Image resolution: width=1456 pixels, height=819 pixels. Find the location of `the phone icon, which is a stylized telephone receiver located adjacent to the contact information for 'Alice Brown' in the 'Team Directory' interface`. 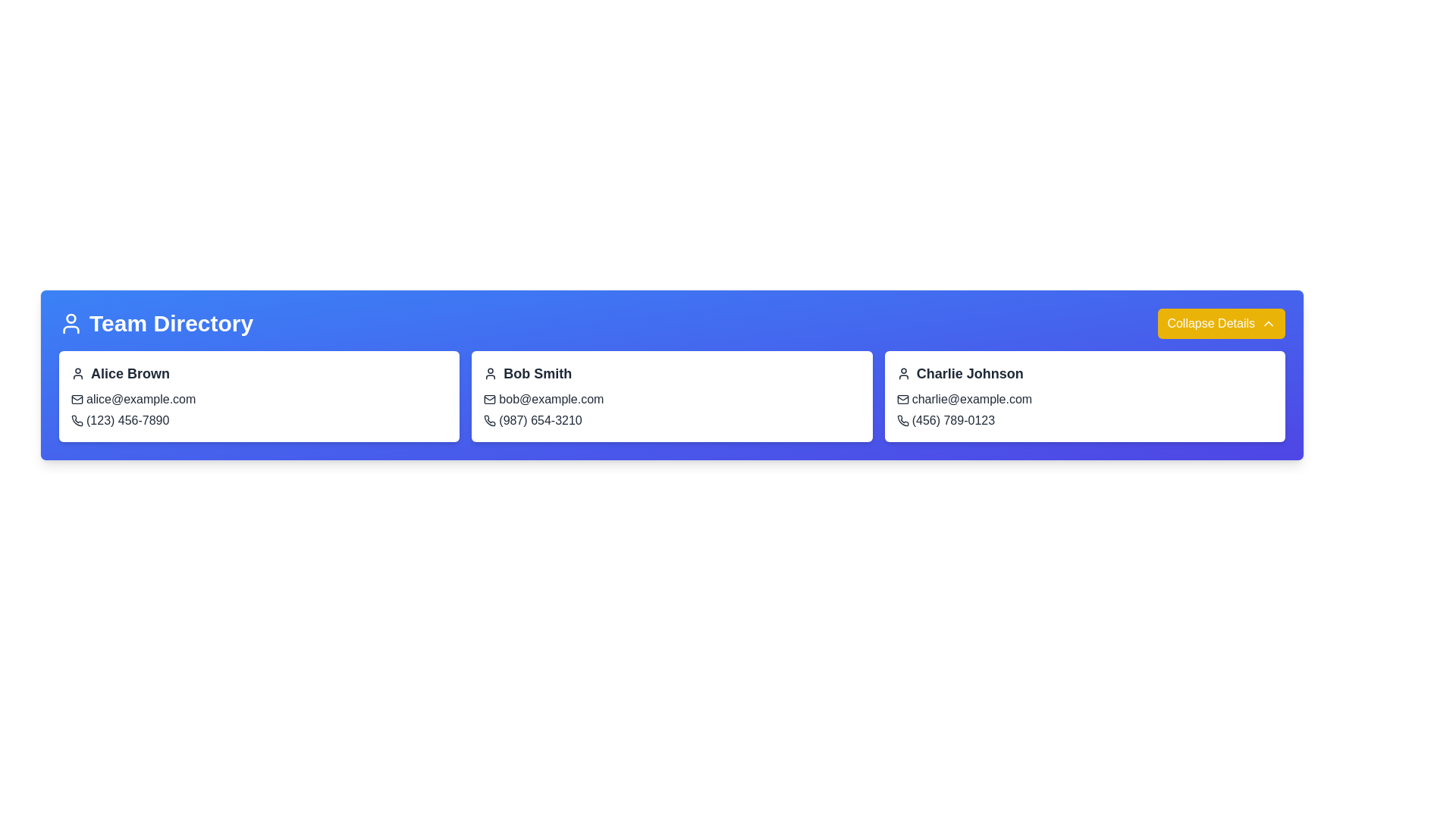

the phone icon, which is a stylized telephone receiver located adjacent to the contact information for 'Alice Brown' in the 'Team Directory' interface is located at coordinates (76, 421).